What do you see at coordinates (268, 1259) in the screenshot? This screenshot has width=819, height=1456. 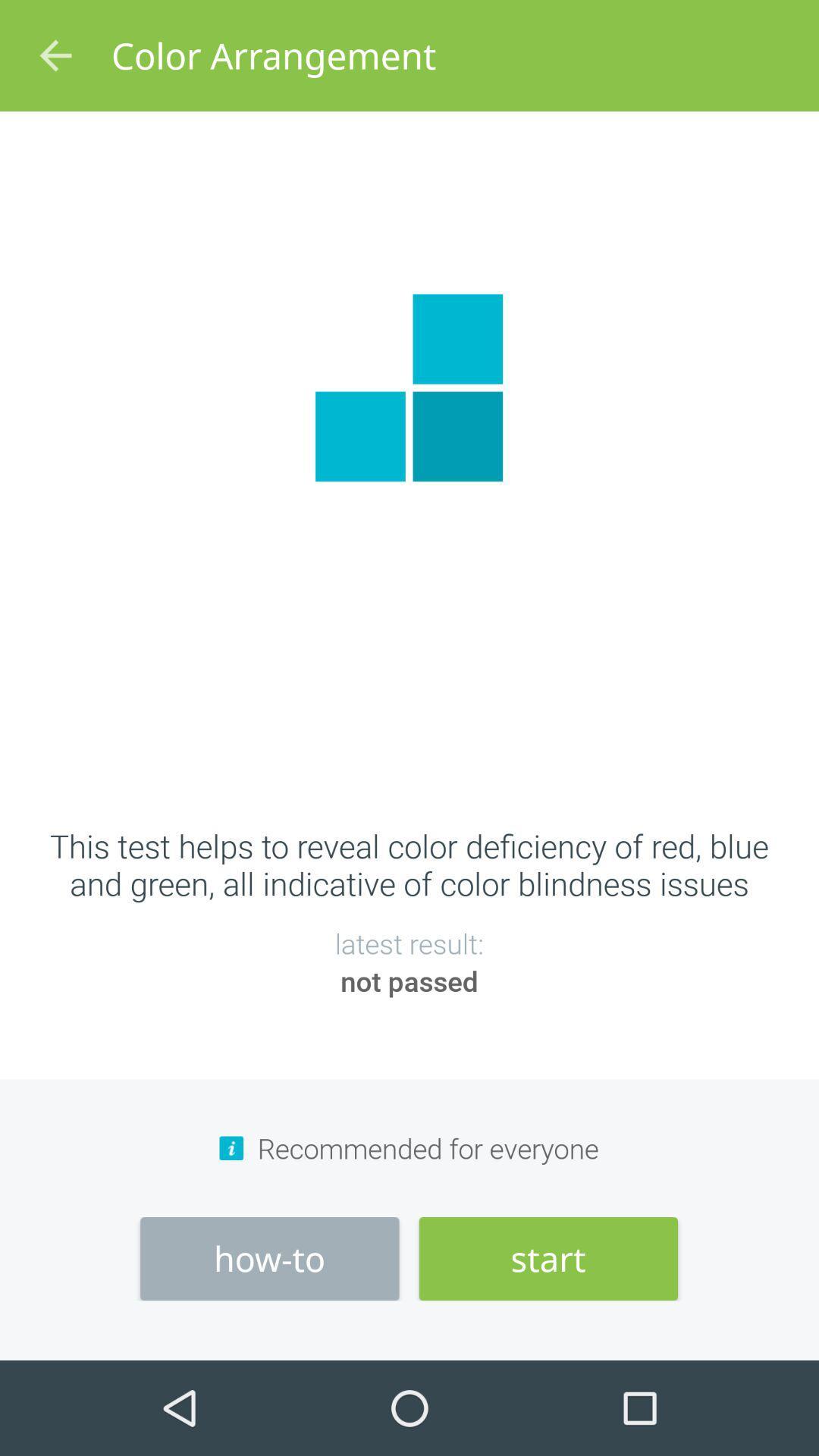 I see `the icon below the recommended for everyone item` at bounding box center [268, 1259].